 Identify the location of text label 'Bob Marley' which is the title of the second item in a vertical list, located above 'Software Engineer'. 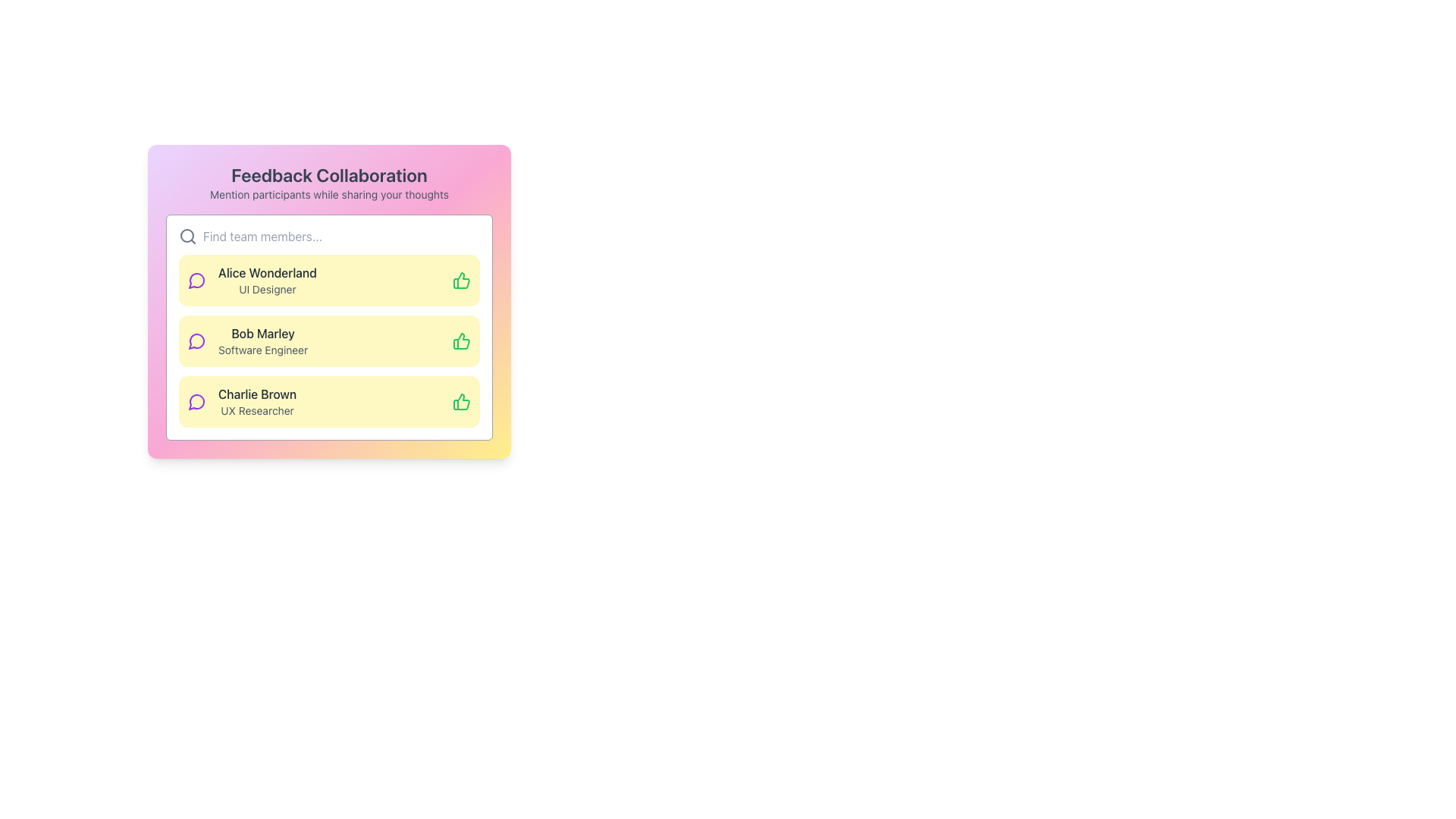
(263, 332).